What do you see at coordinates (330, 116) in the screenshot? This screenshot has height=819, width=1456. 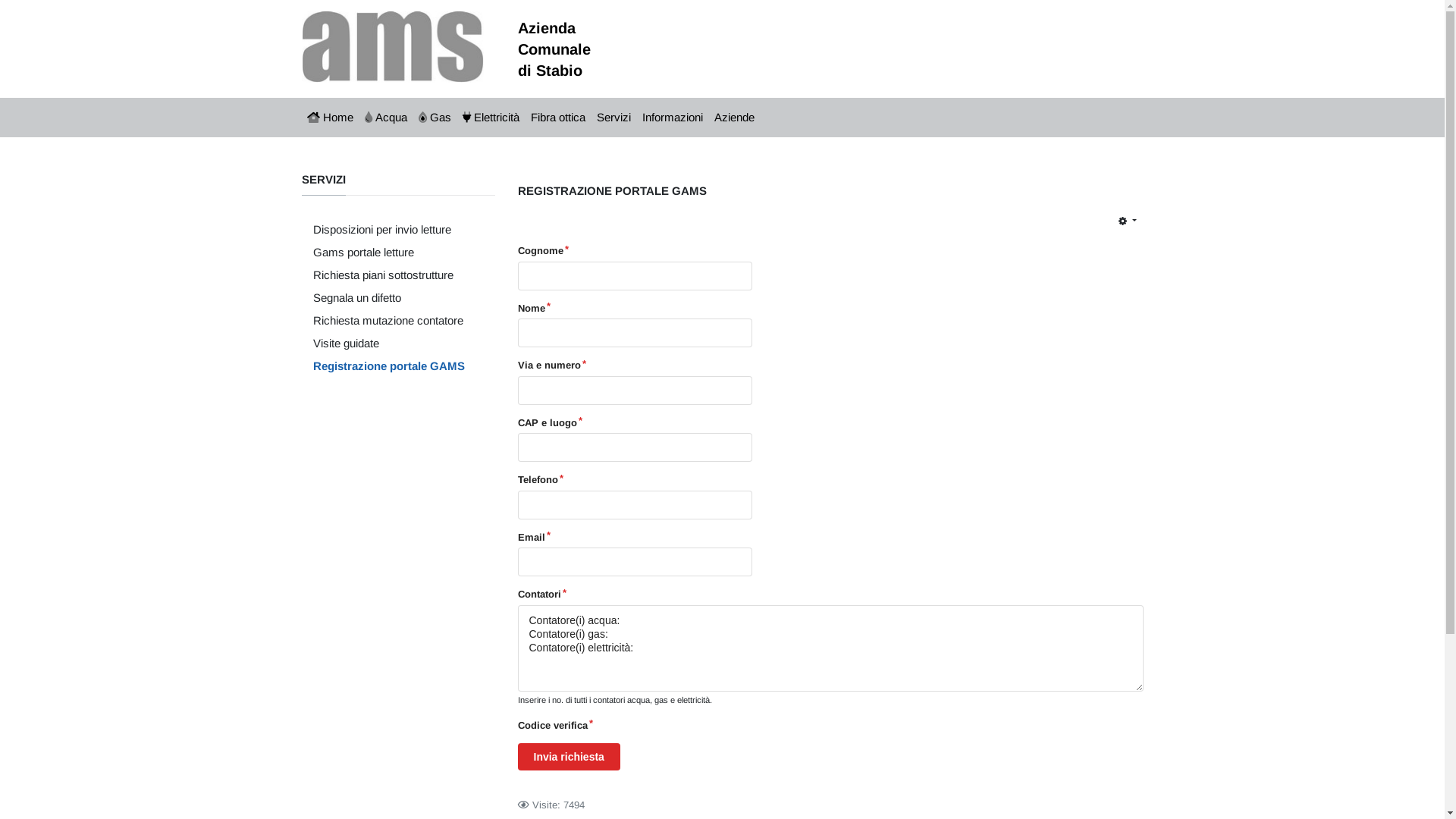 I see `'Home'` at bounding box center [330, 116].